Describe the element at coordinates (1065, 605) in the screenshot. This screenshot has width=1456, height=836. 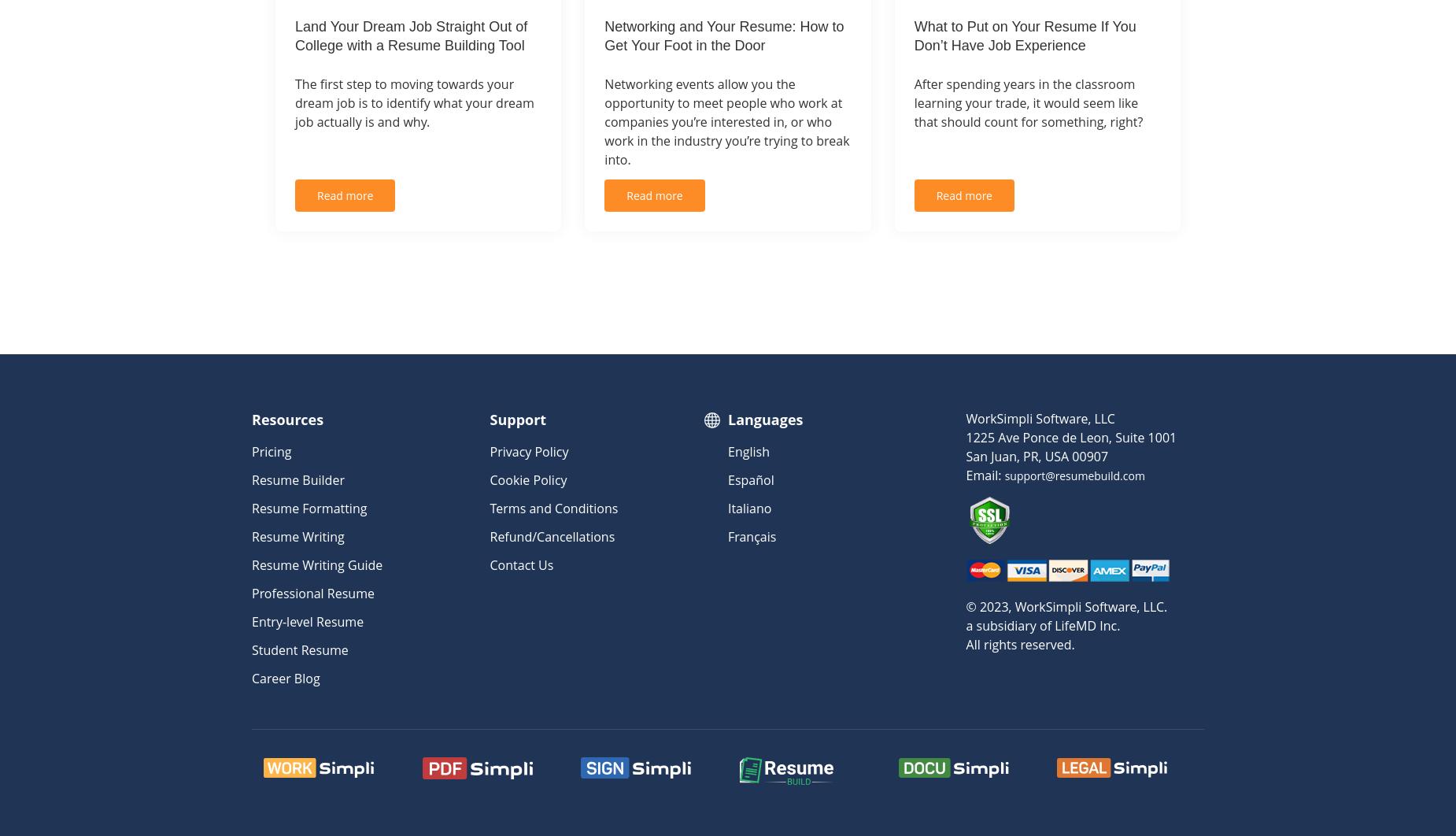
I see `'©️ 2023, WorkSimpli Software, LLC.'` at that location.